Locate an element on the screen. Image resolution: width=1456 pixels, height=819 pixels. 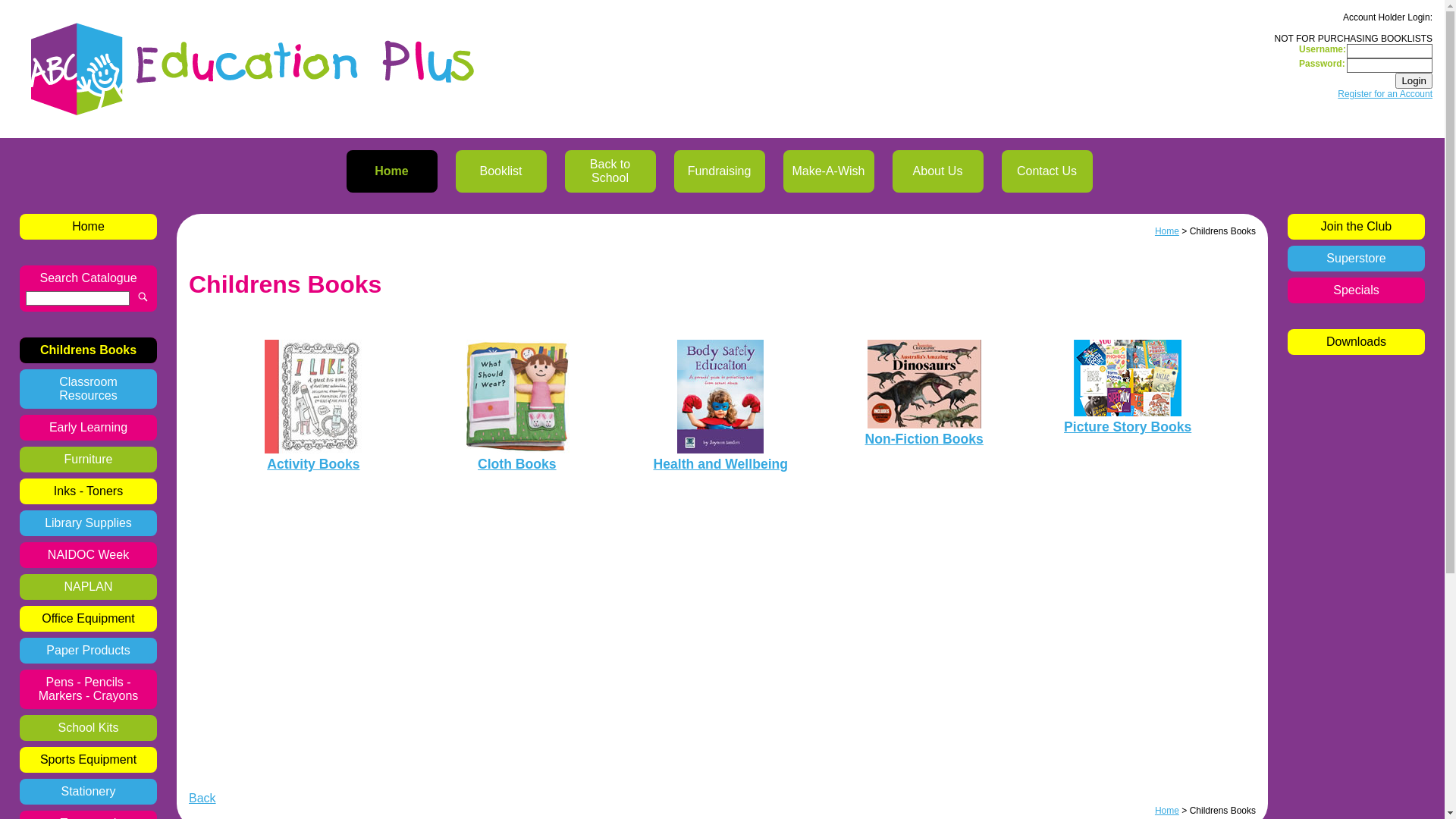
'Specials' is located at coordinates (1356, 290).